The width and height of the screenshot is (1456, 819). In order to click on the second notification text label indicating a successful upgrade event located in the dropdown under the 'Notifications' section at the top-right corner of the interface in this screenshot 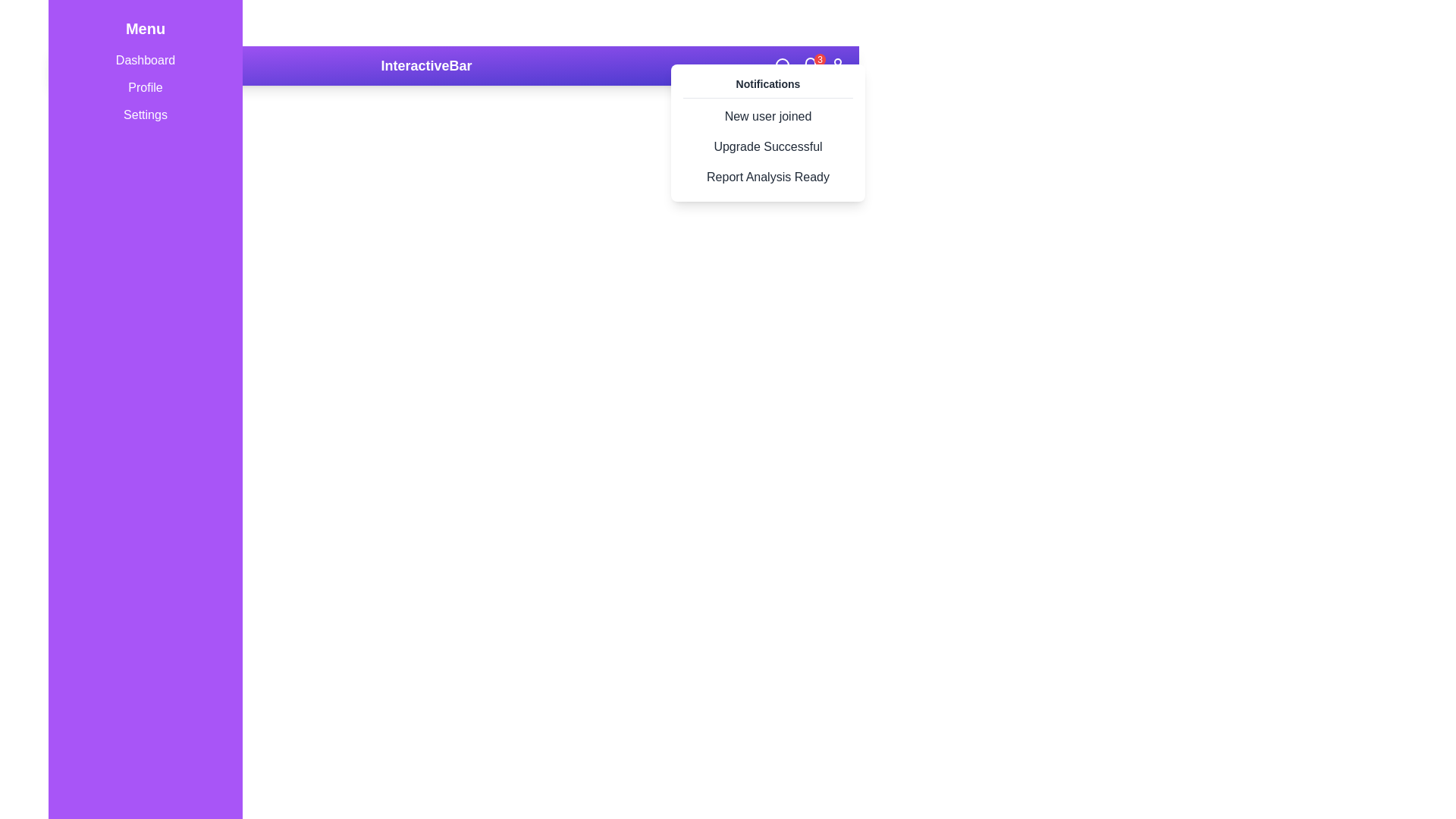, I will do `click(767, 146)`.